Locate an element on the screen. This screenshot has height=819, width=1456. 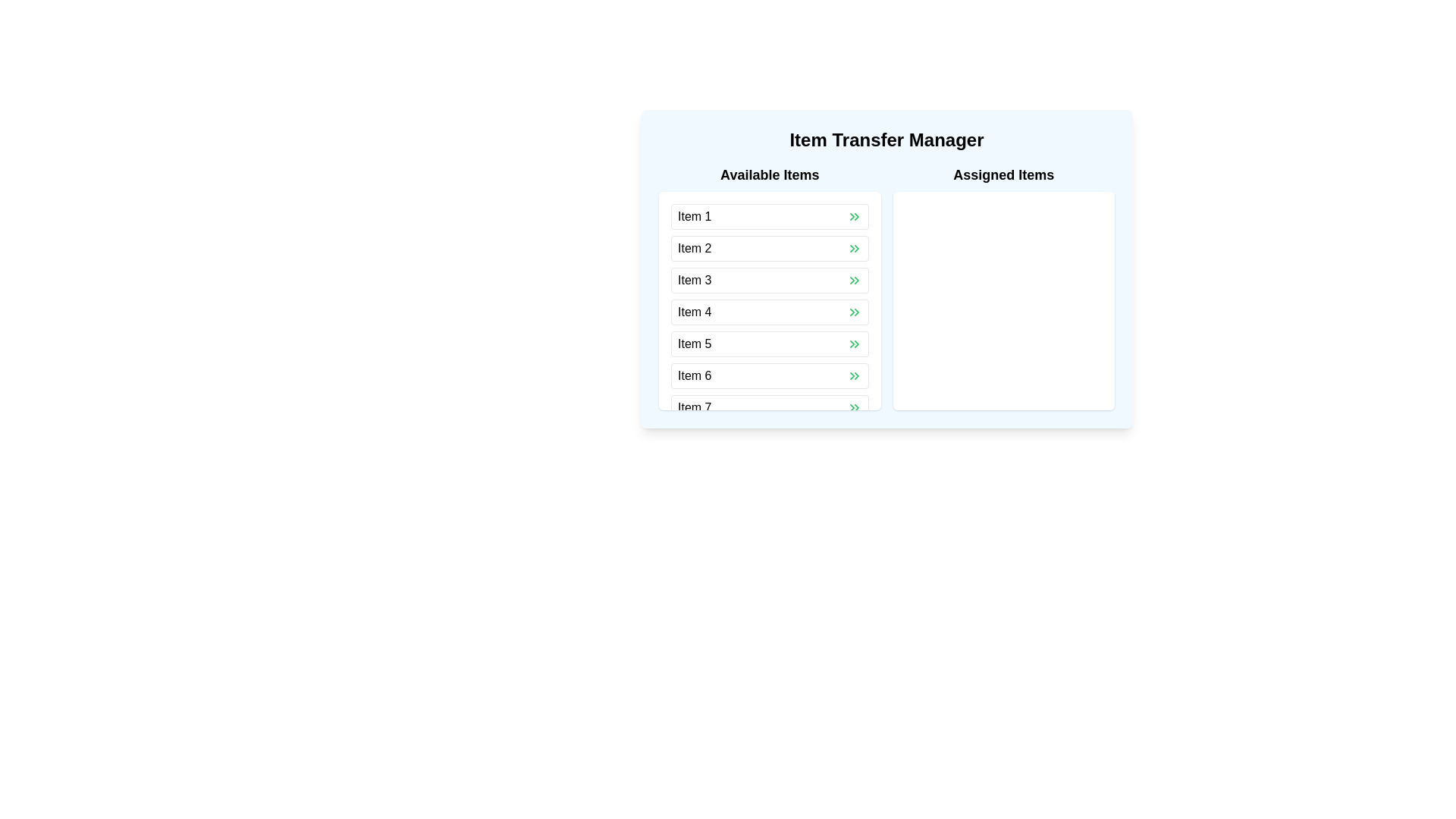
the sixth item in the 'Available Items' list to focus it is located at coordinates (770, 375).